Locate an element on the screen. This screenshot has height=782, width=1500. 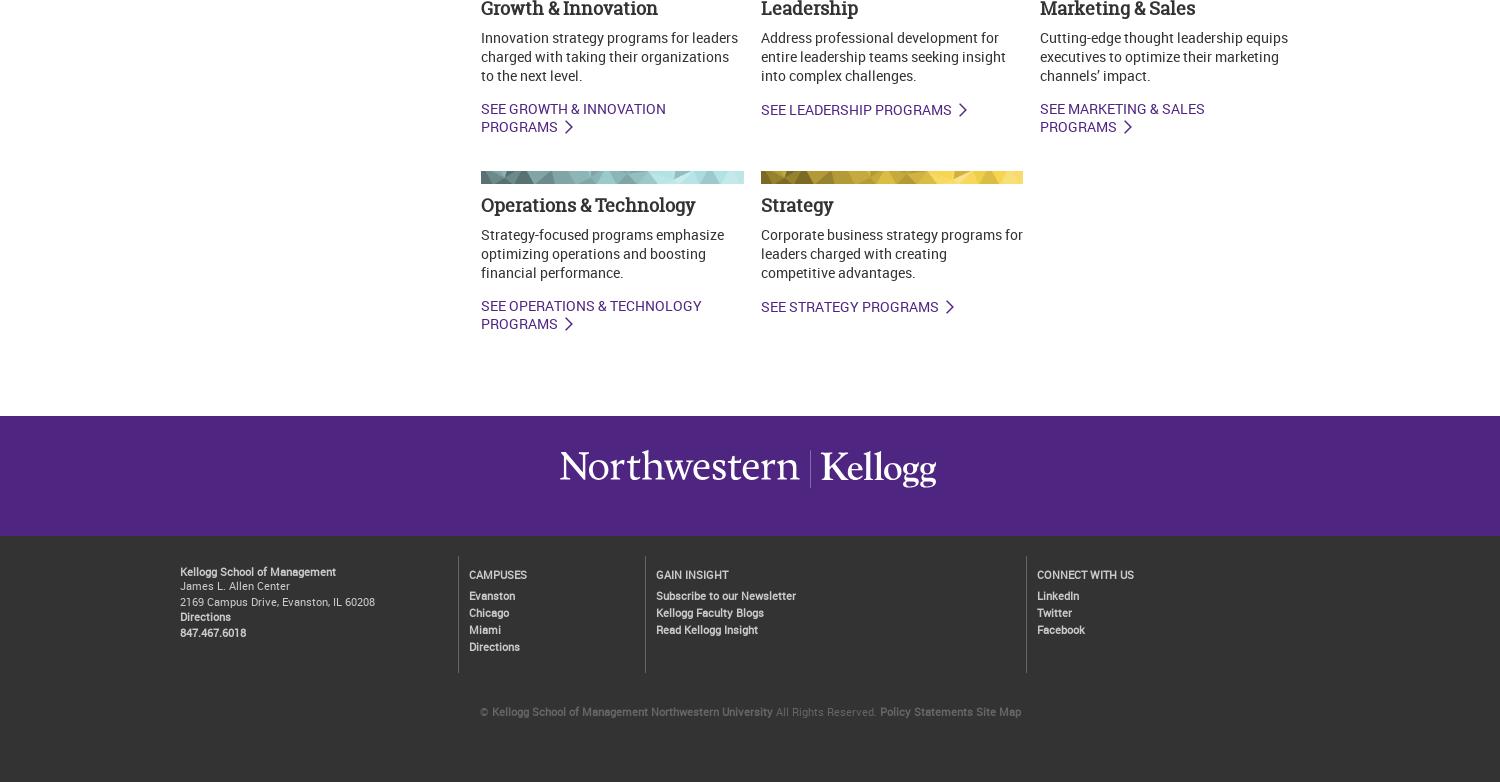
'Strategy-focused programs emphasize optimizing operations and boosting financial performance.' is located at coordinates (600, 251).